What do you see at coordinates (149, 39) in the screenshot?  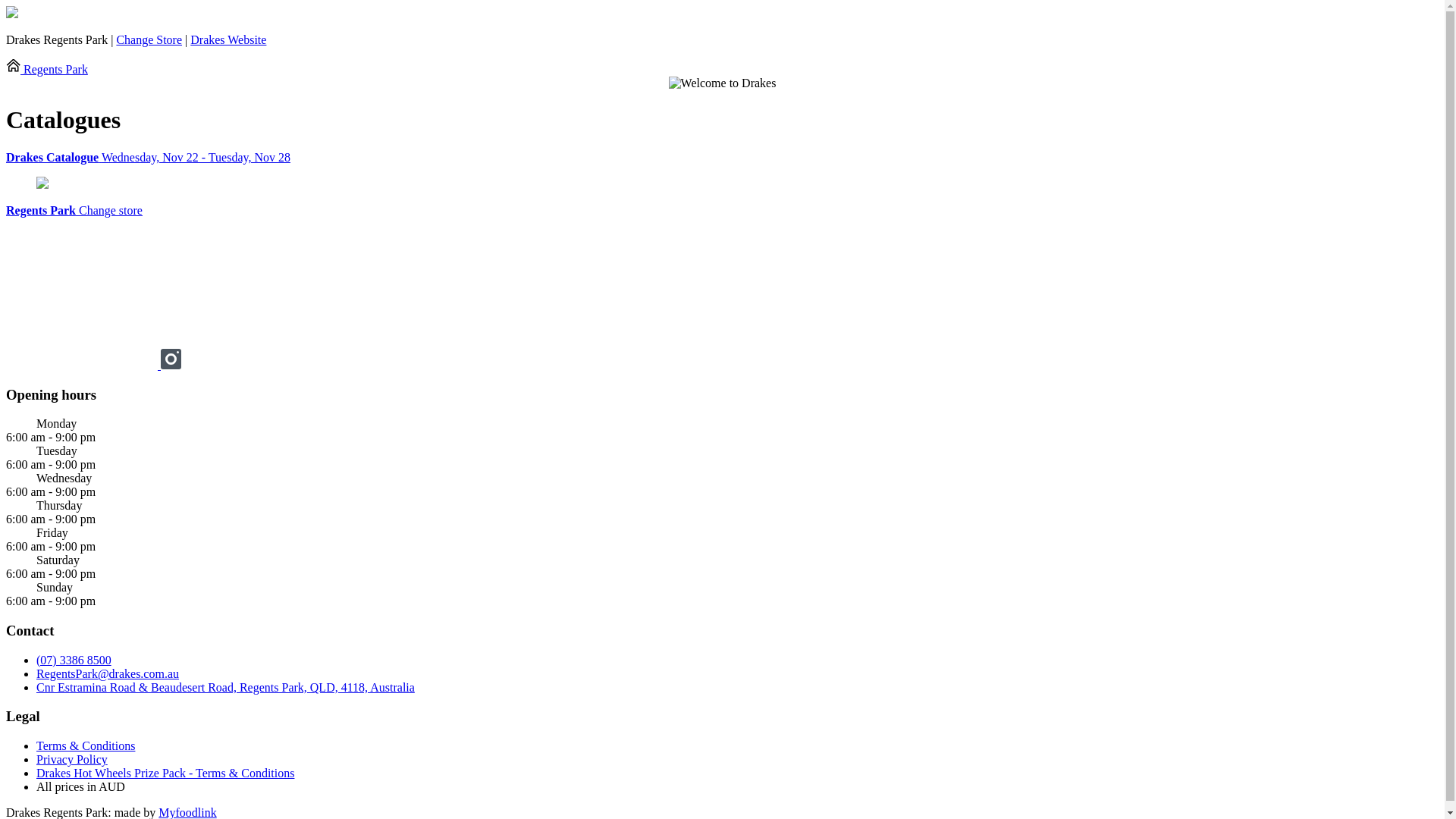 I see `'Change Store'` at bounding box center [149, 39].